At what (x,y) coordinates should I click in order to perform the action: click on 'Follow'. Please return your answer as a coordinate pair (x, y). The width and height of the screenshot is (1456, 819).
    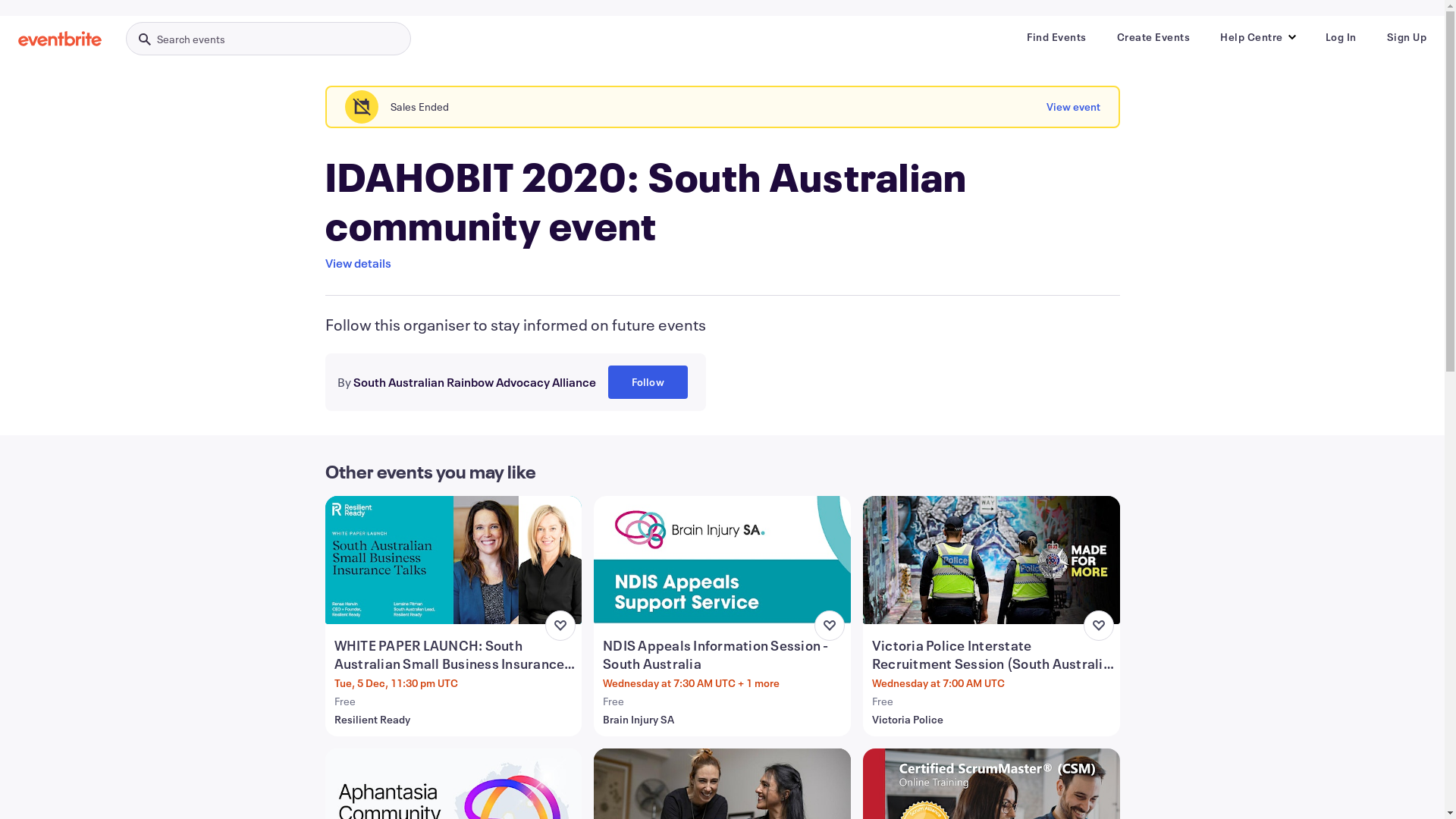
    Looking at the image, I should click on (648, 381).